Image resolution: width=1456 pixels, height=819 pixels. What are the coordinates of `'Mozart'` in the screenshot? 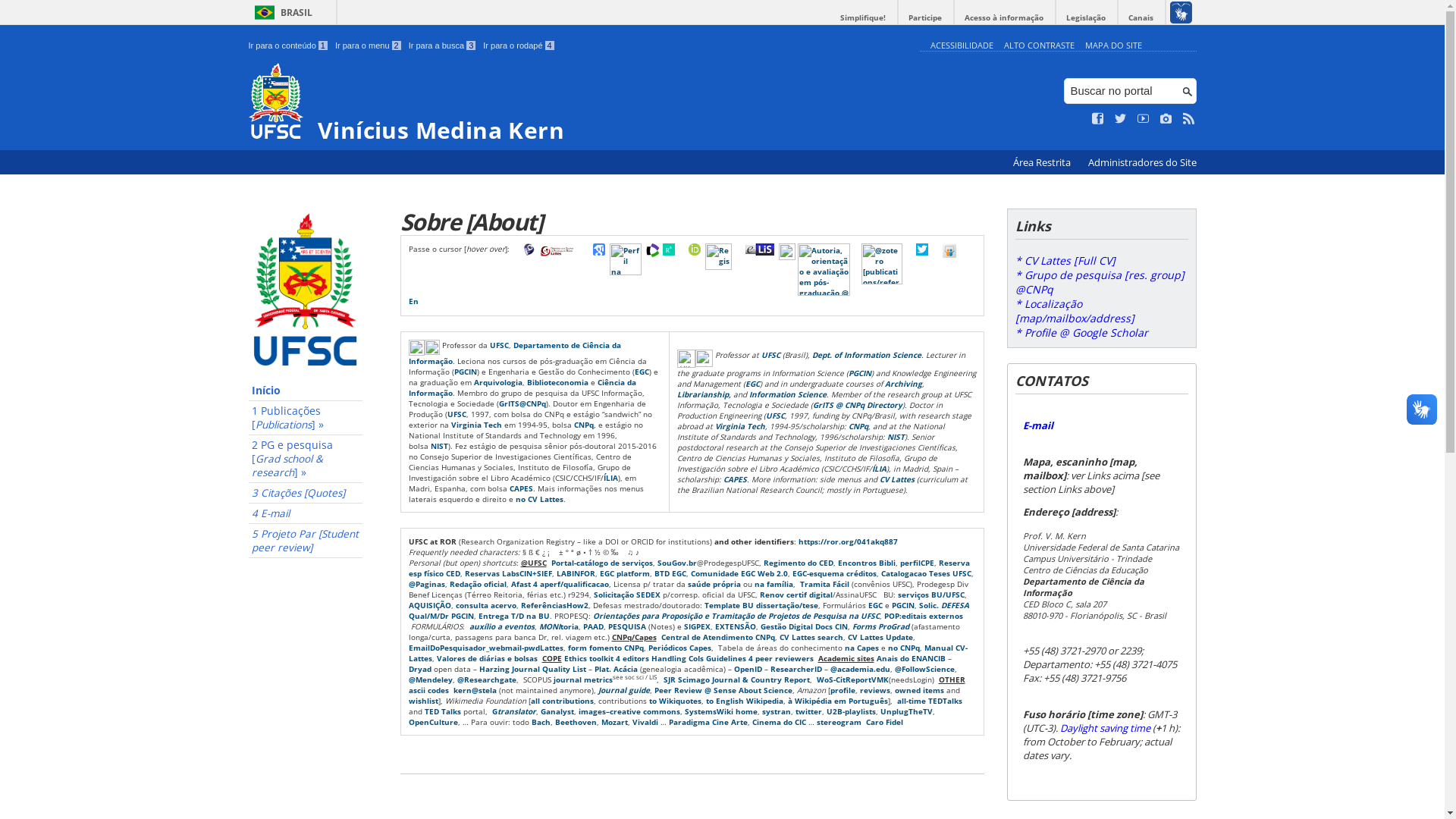 It's located at (613, 721).